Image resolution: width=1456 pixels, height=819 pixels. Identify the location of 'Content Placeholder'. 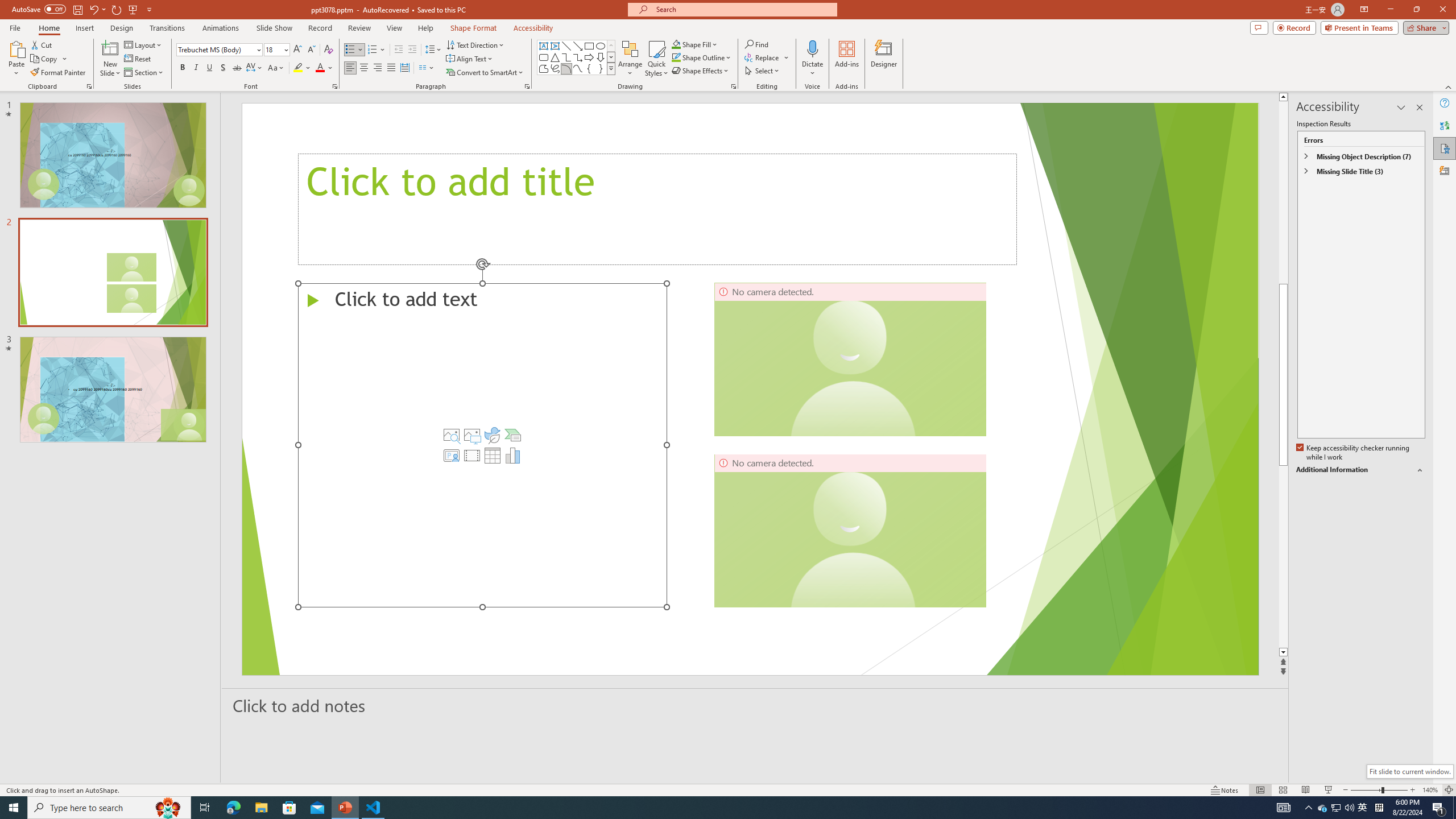
(482, 445).